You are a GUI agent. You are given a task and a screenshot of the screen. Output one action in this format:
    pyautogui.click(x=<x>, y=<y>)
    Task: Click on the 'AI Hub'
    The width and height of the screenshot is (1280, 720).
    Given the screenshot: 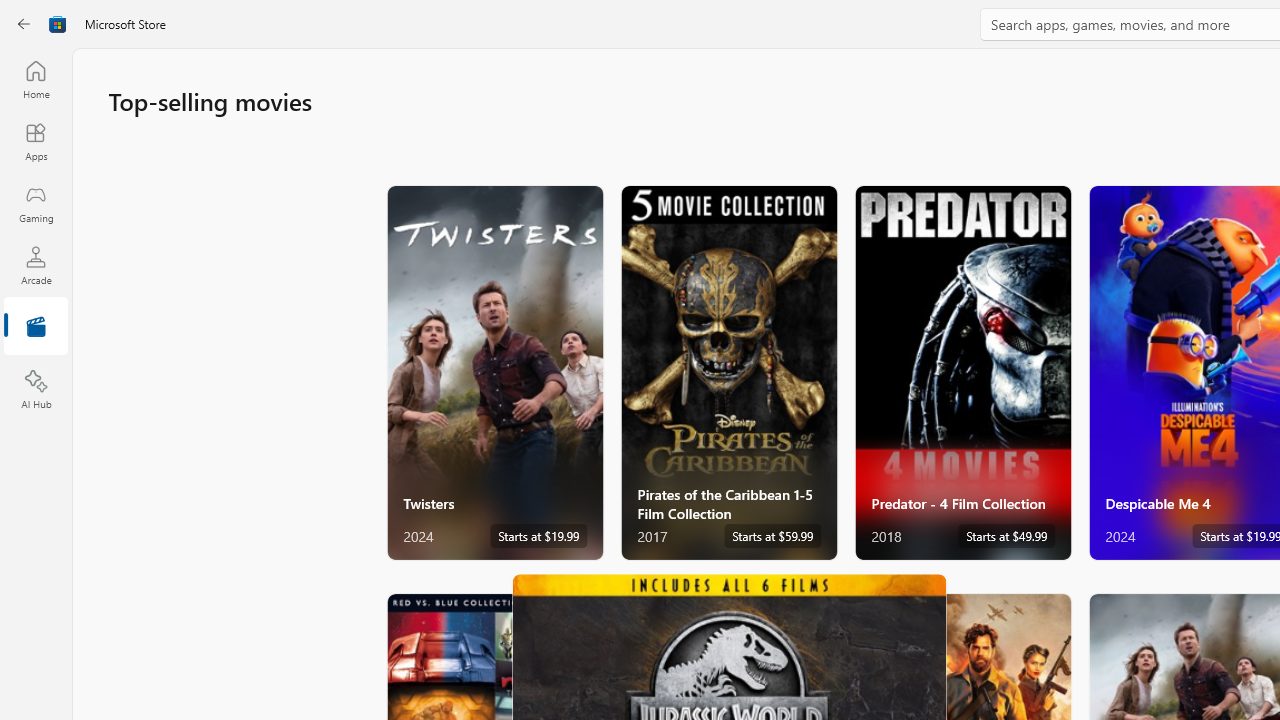 What is the action you would take?
    pyautogui.click(x=35, y=390)
    